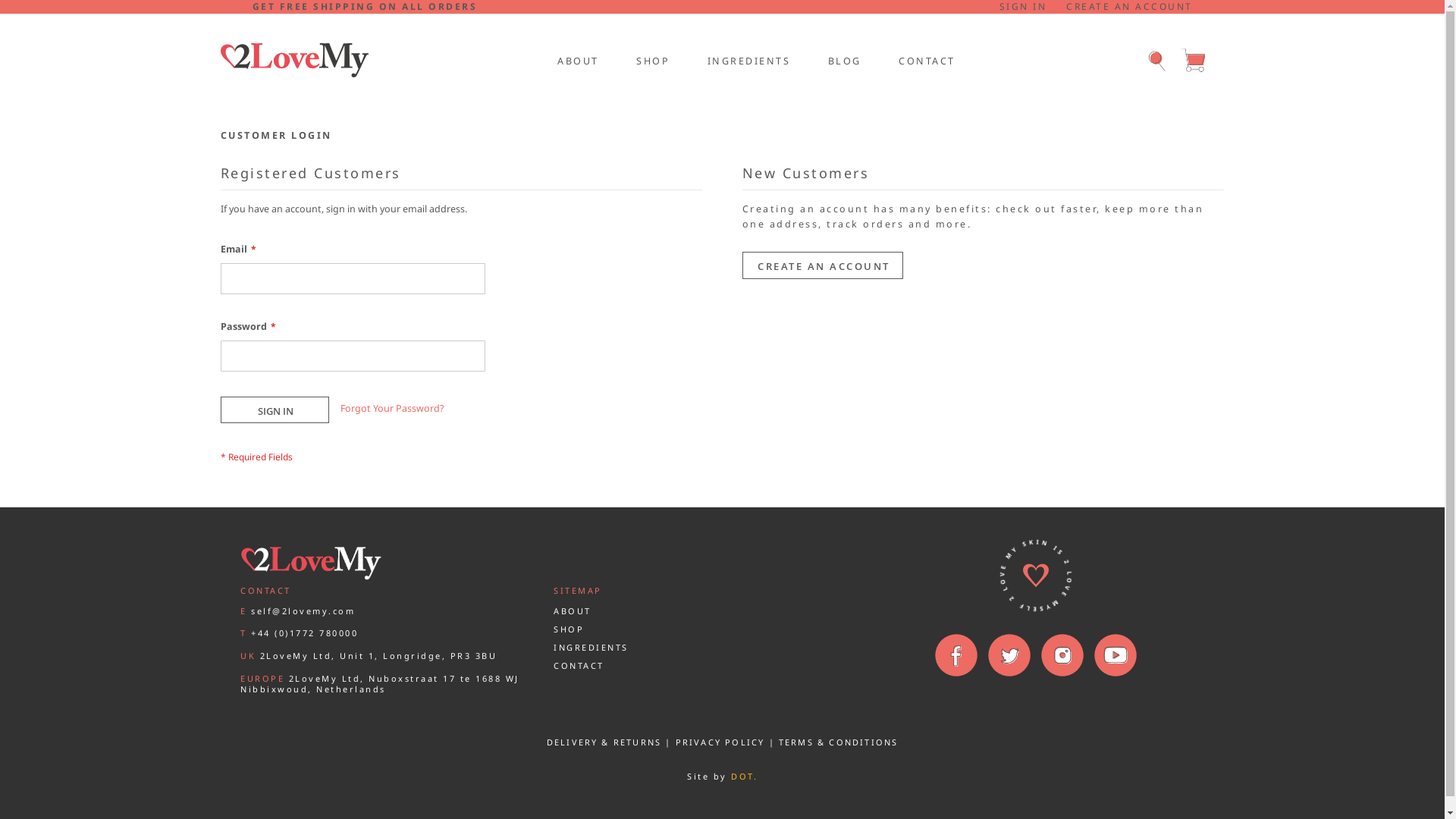 The width and height of the screenshot is (1456, 819). Describe the element at coordinates (603, 741) in the screenshot. I see `'DELIVERY & RETURNS'` at that location.